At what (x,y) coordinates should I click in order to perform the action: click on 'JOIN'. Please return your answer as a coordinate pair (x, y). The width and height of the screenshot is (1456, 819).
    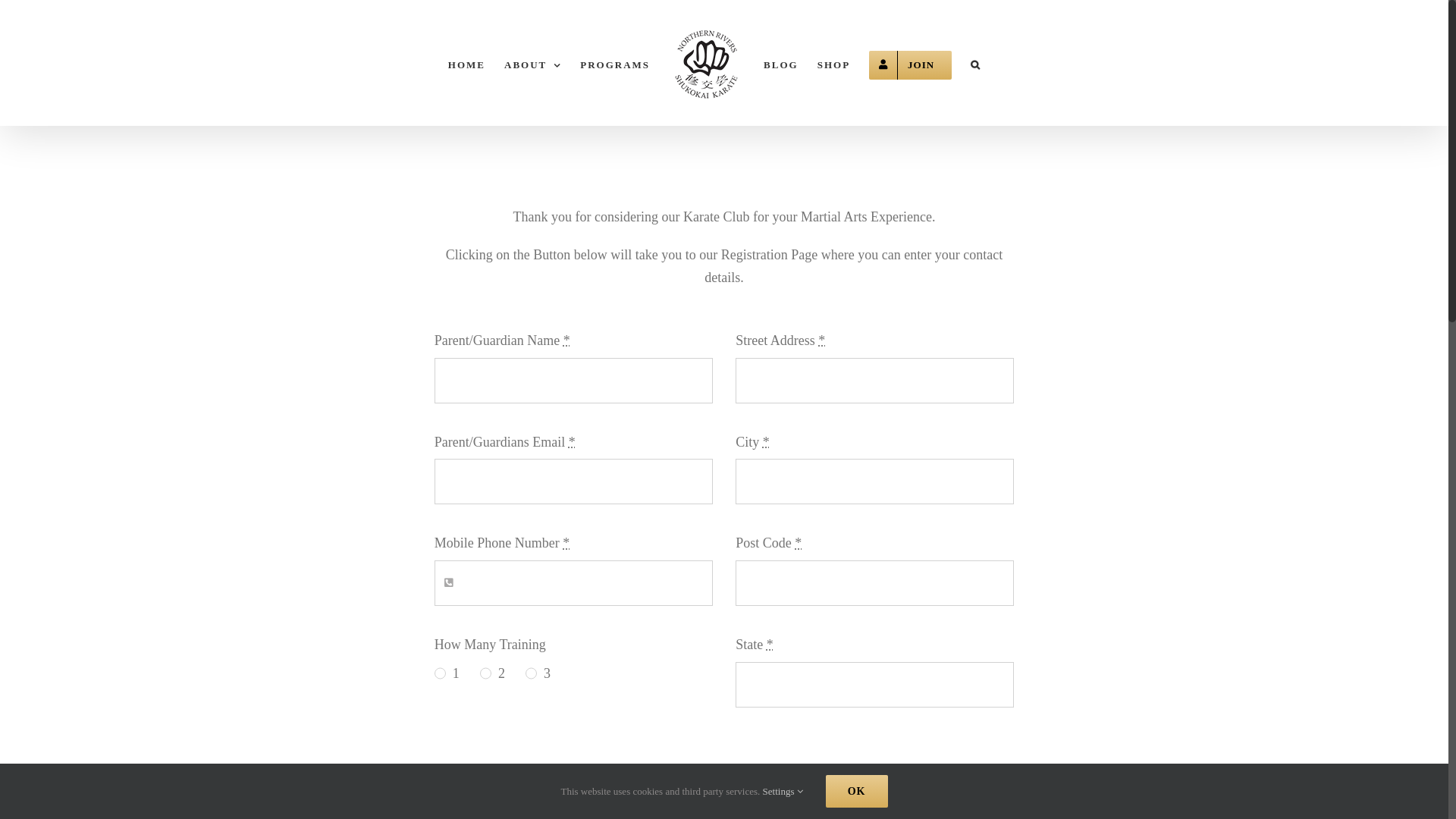
    Looking at the image, I should click on (910, 62).